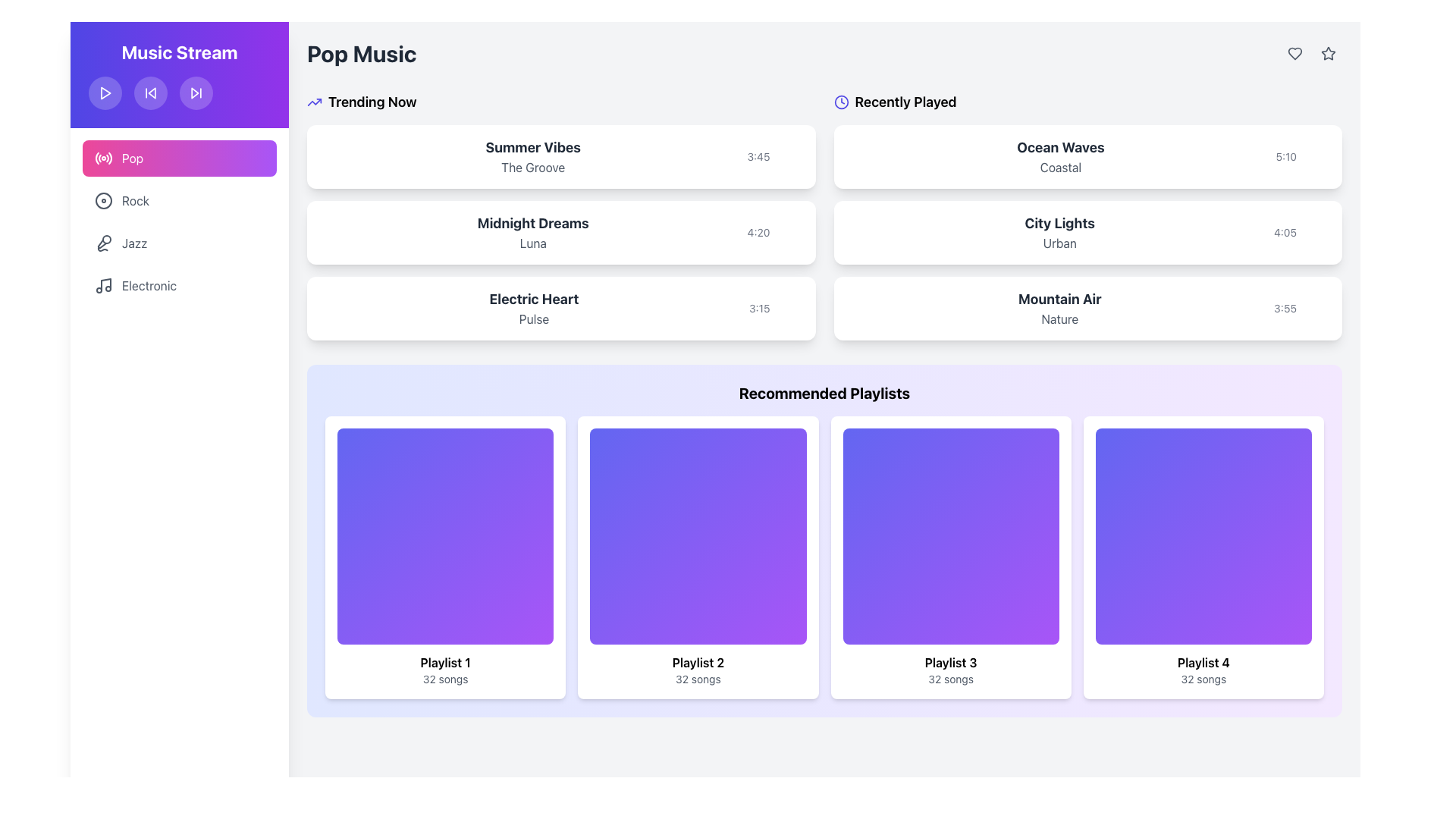 This screenshot has height=819, width=1456. I want to click on the music note icon located in the navigation menu next to the 'Electronic' label, which represents a musical concept, so click(105, 284).